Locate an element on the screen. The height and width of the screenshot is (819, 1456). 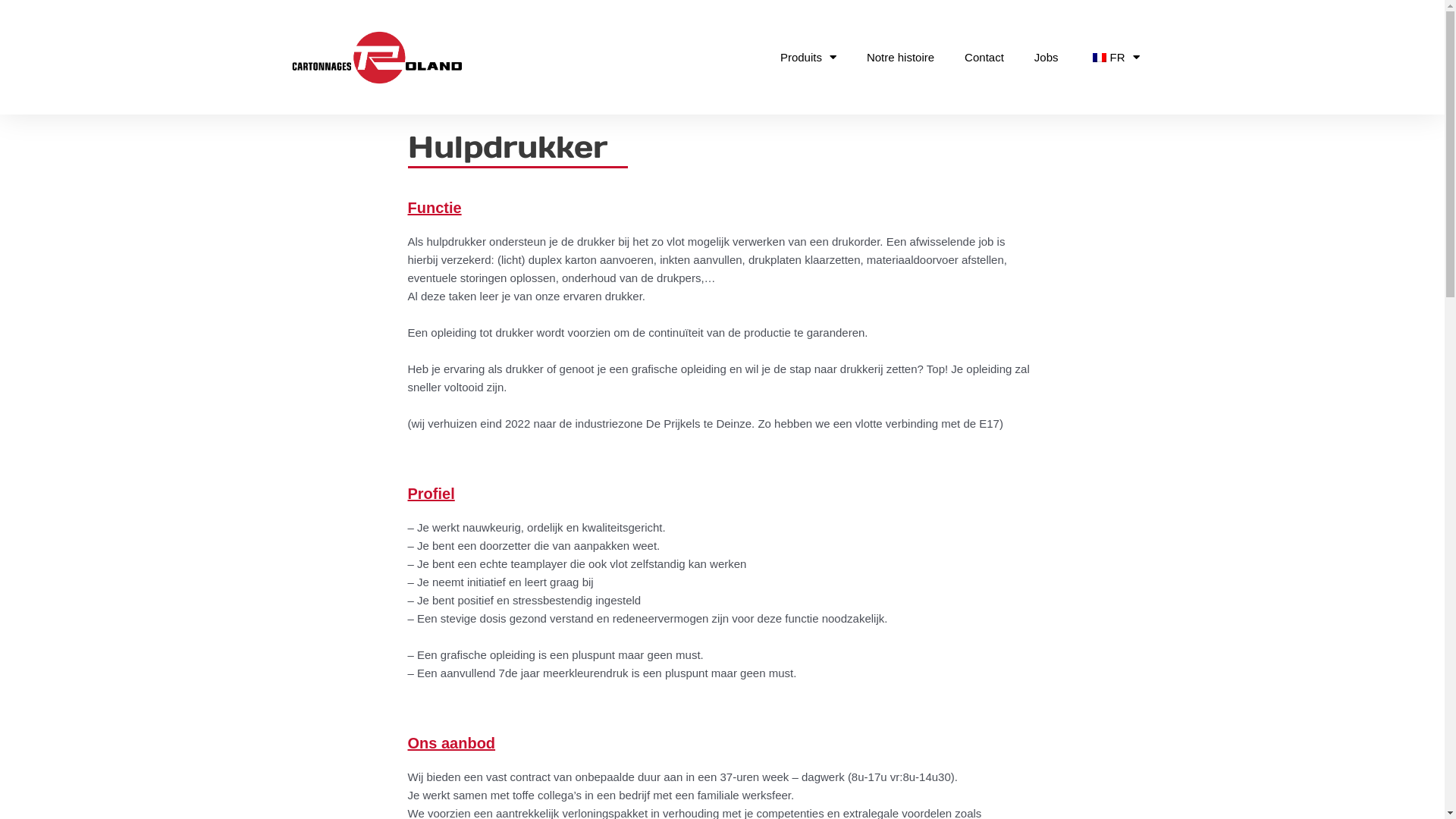
'Contact' is located at coordinates (984, 57).